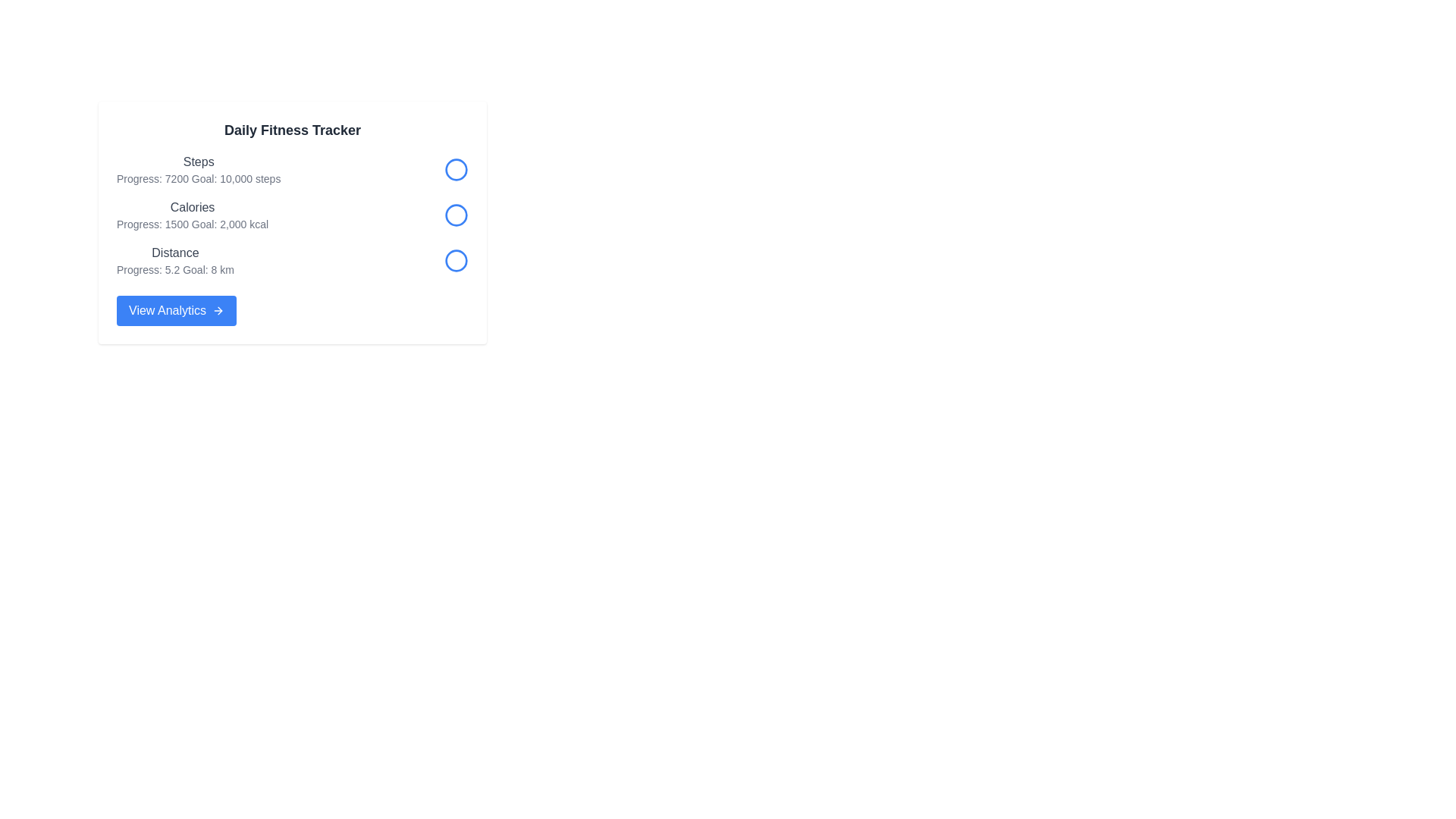 The image size is (1456, 819). I want to click on the 'View Analytics' button located at the bottom of the 'Daily Fitness Tracker' card, so click(176, 309).